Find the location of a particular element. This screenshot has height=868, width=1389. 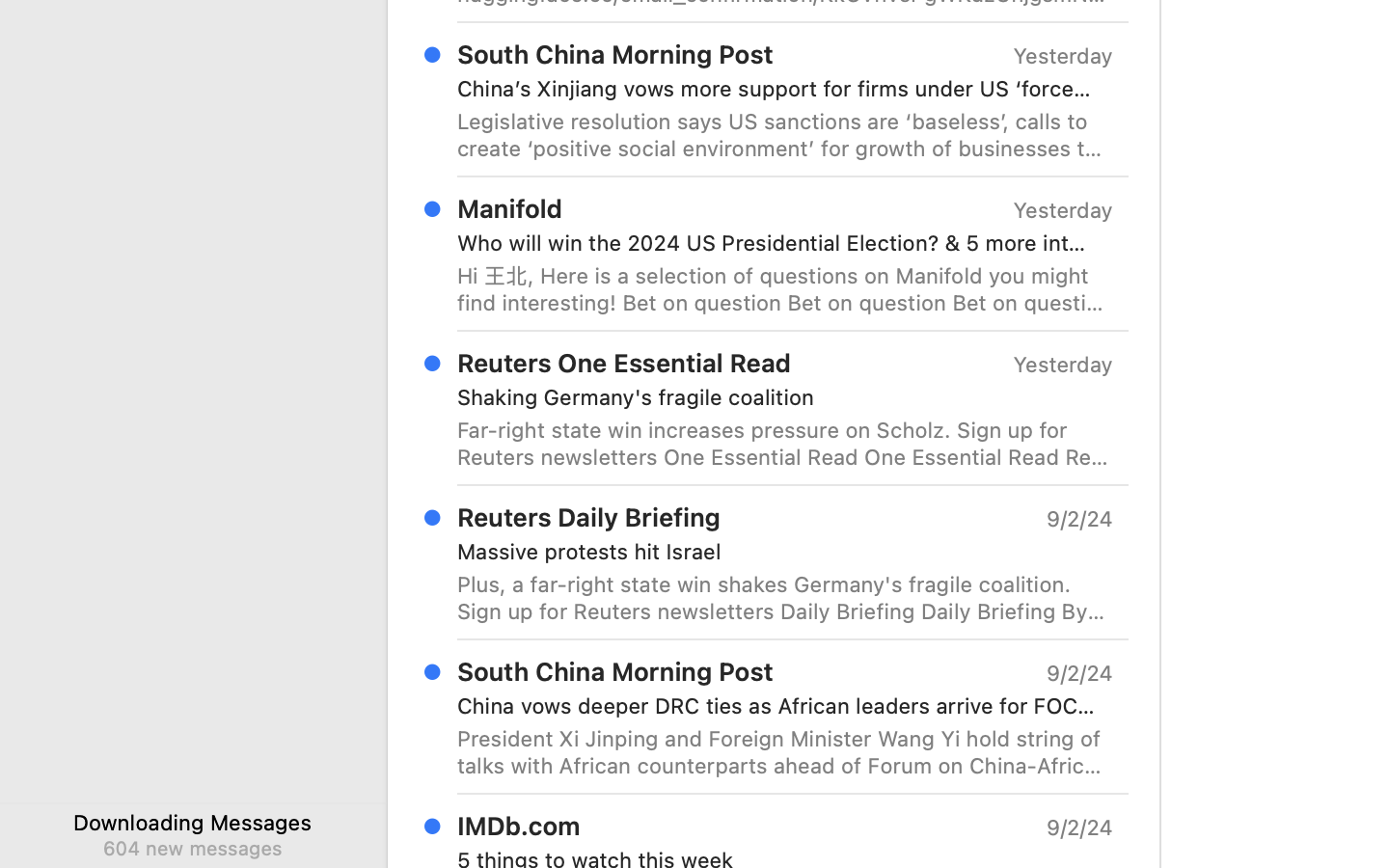

'604 new messages' is located at coordinates (192, 848).